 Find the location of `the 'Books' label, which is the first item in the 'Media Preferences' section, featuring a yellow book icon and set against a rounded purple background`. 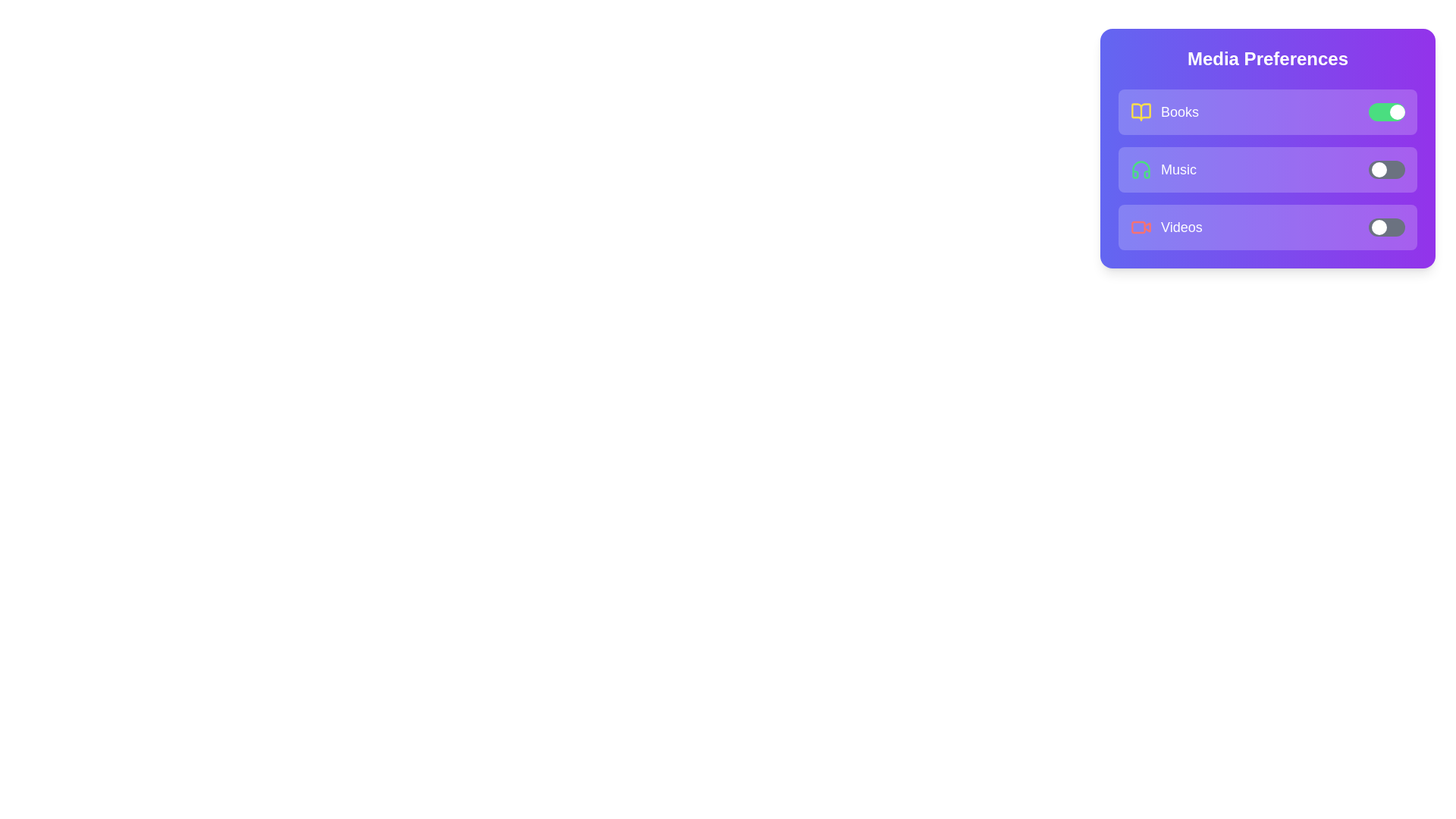

the 'Books' label, which is the first item in the 'Media Preferences' section, featuring a yellow book icon and set against a rounded purple background is located at coordinates (1164, 111).